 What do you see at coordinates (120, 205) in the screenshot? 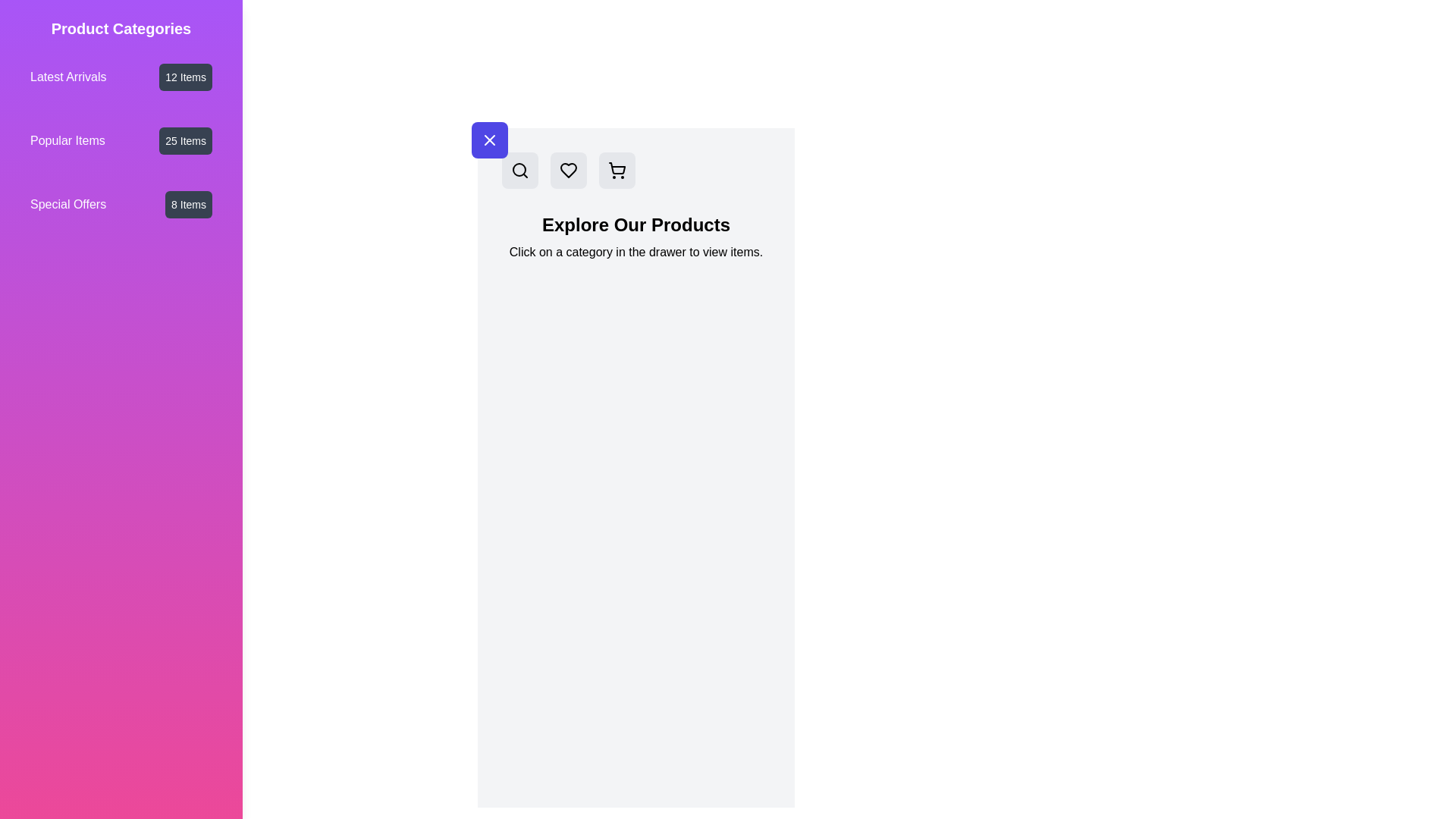
I see `the category item Special Offers` at bounding box center [120, 205].